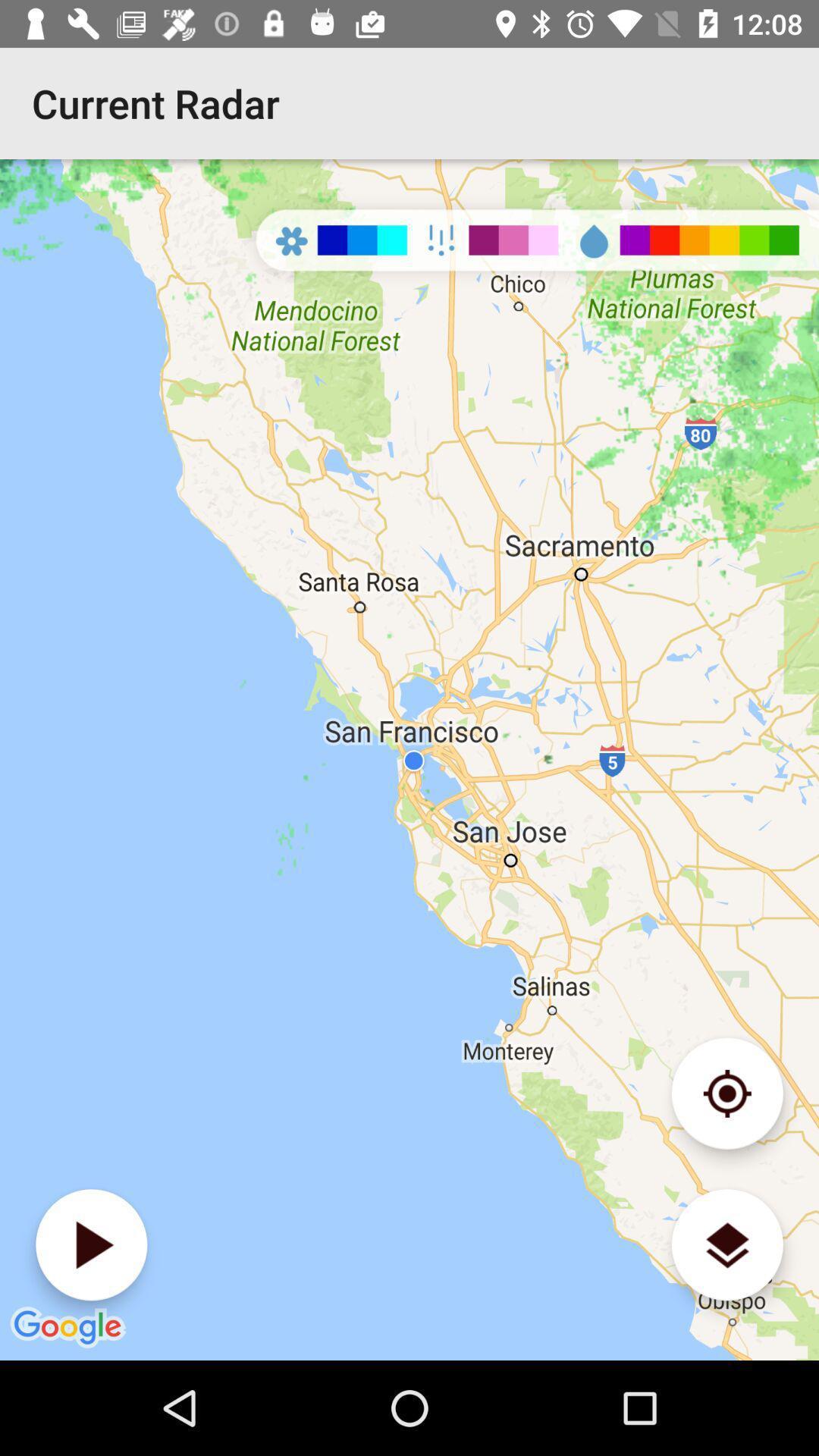  What do you see at coordinates (91, 1244) in the screenshot?
I see `play` at bounding box center [91, 1244].